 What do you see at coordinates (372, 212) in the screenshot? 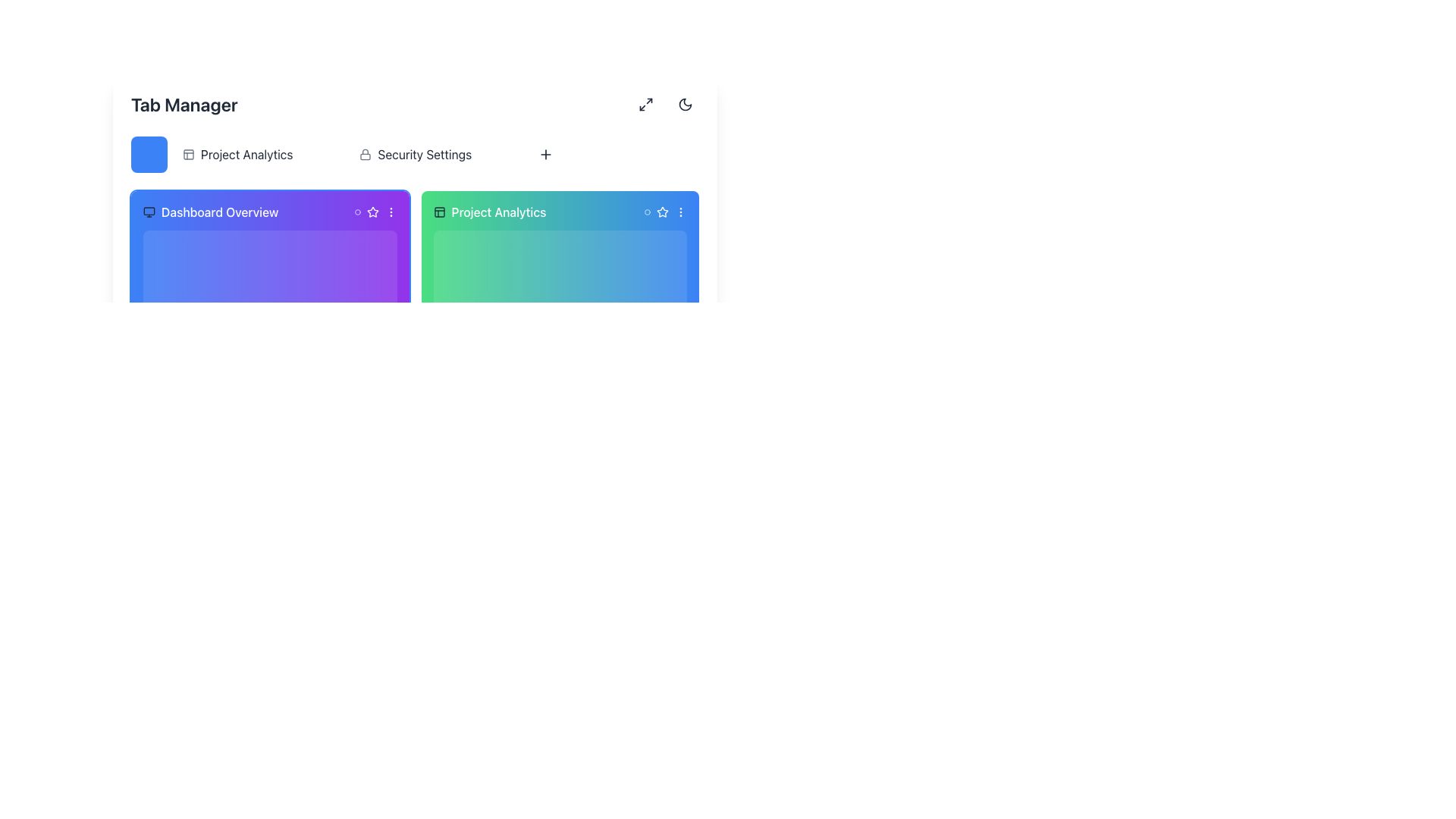
I see `the star icon located in the top-right area of the 'Project Analytics' card` at bounding box center [372, 212].